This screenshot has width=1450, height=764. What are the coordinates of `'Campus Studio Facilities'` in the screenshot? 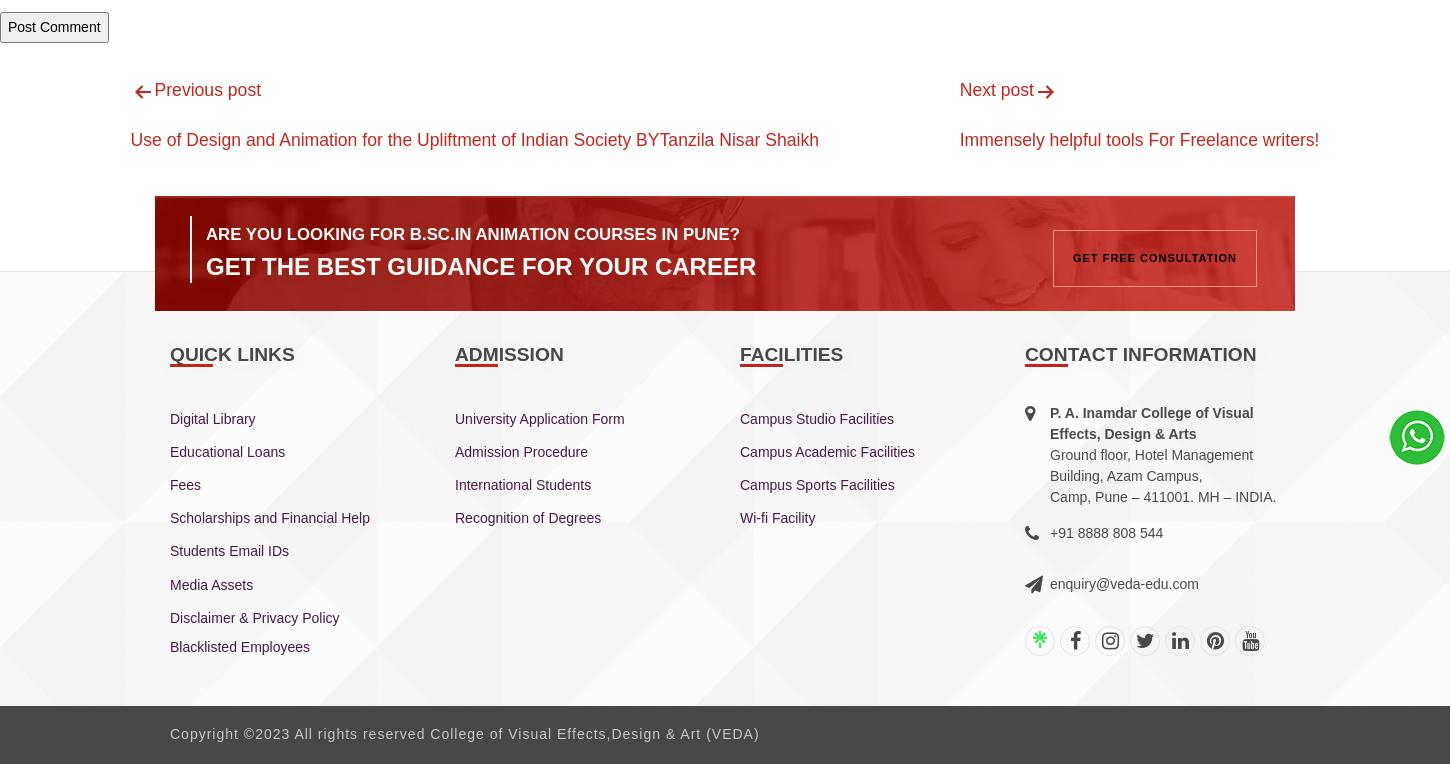 It's located at (816, 416).